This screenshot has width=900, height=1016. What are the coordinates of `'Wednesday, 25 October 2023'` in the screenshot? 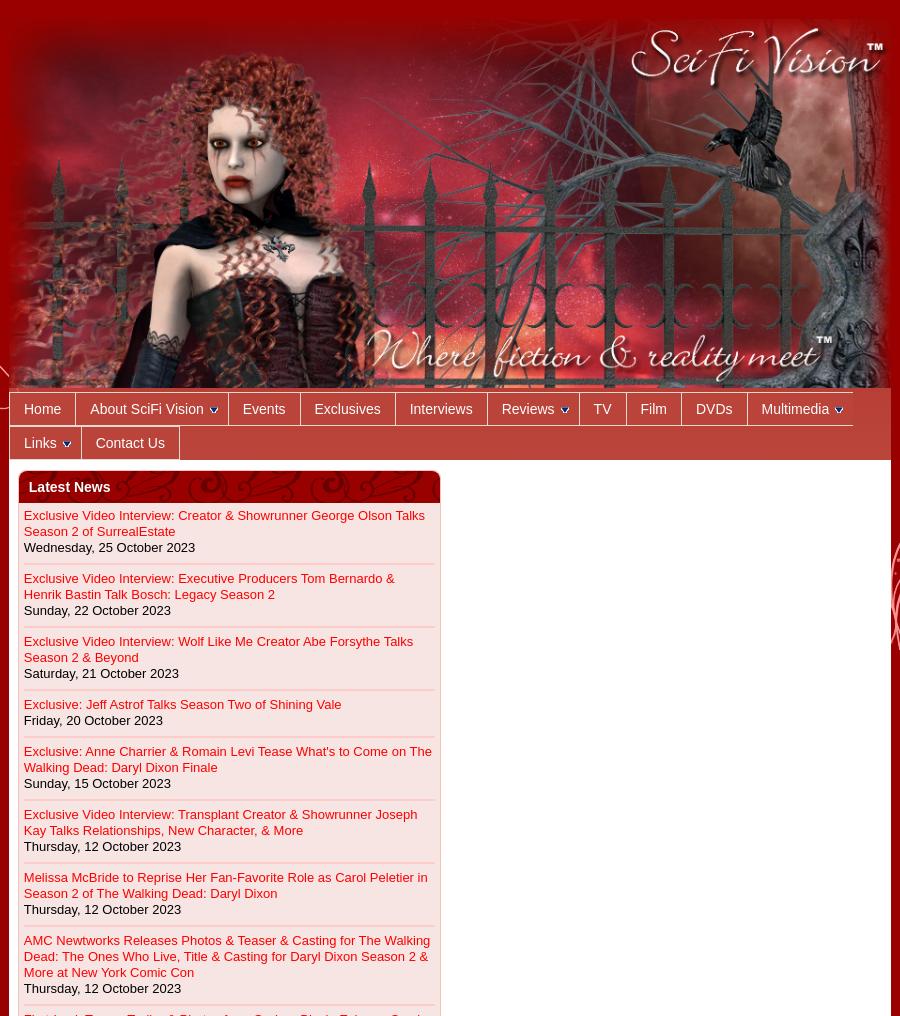 It's located at (107, 546).